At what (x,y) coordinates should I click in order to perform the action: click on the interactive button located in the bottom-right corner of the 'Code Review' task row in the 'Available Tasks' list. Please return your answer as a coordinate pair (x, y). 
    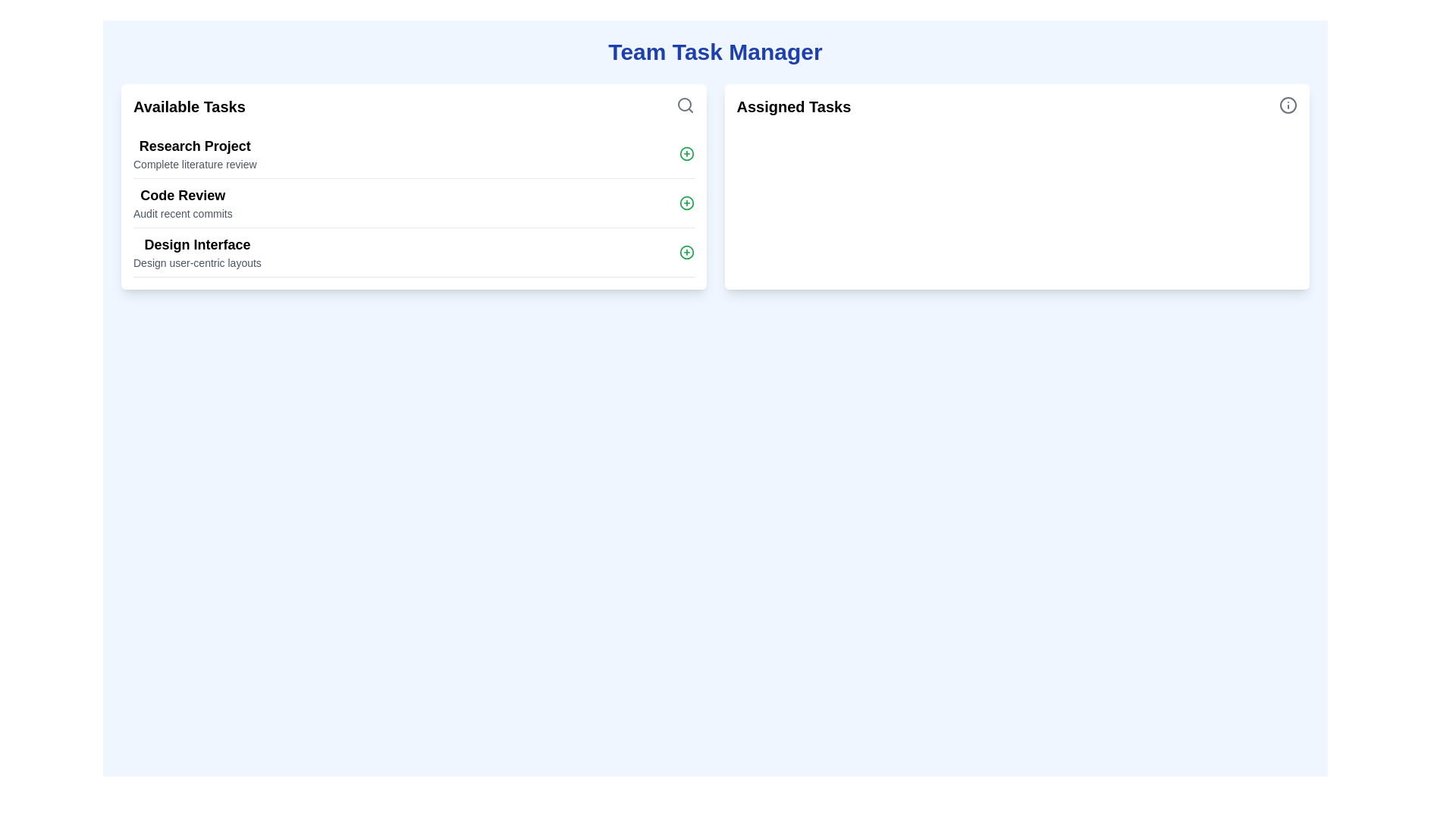
    Looking at the image, I should click on (686, 202).